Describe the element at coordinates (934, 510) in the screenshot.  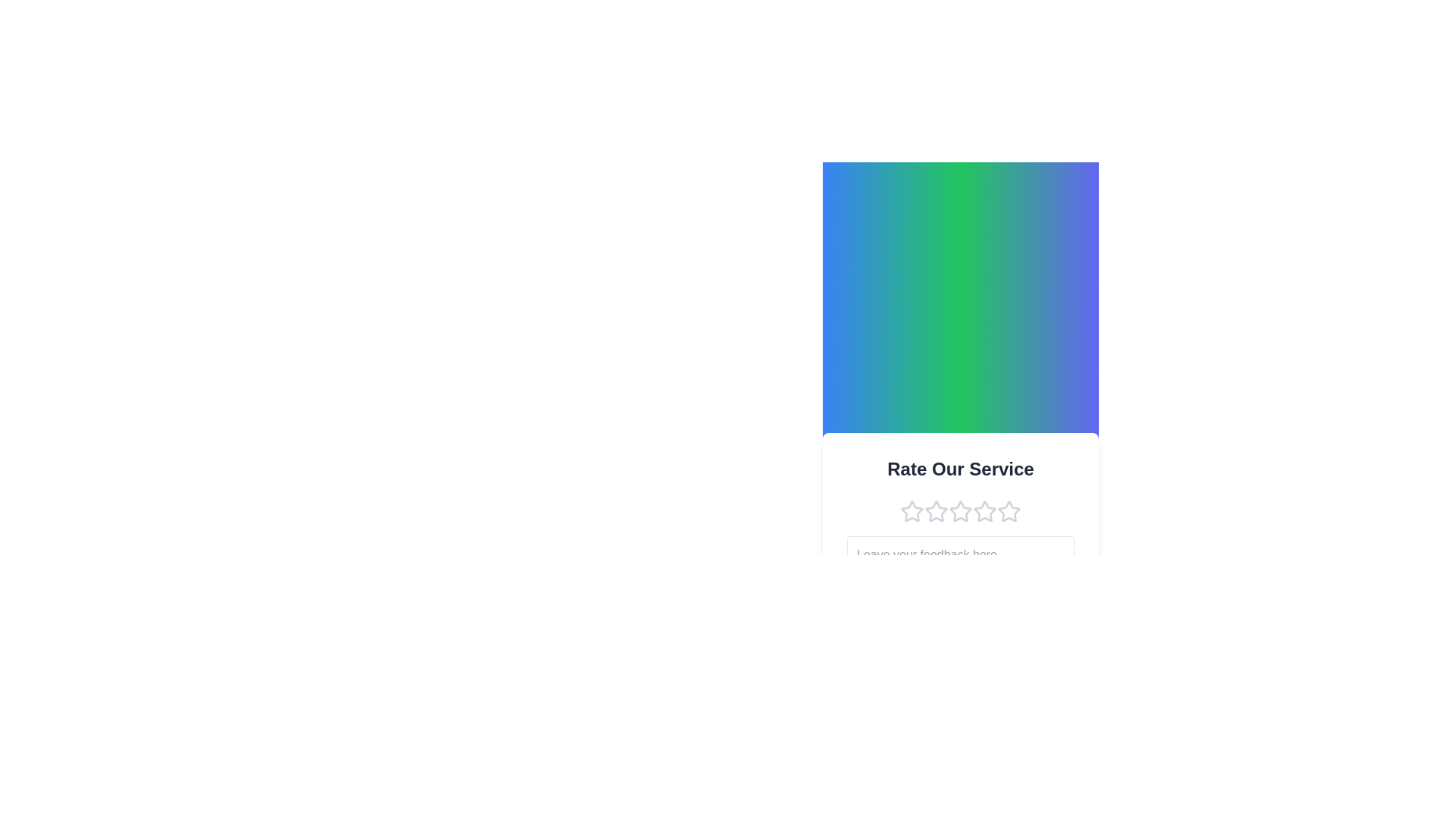
I see `the second star in the rating component located below the 'Rate Our Service' text to register a two-star rating` at that location.